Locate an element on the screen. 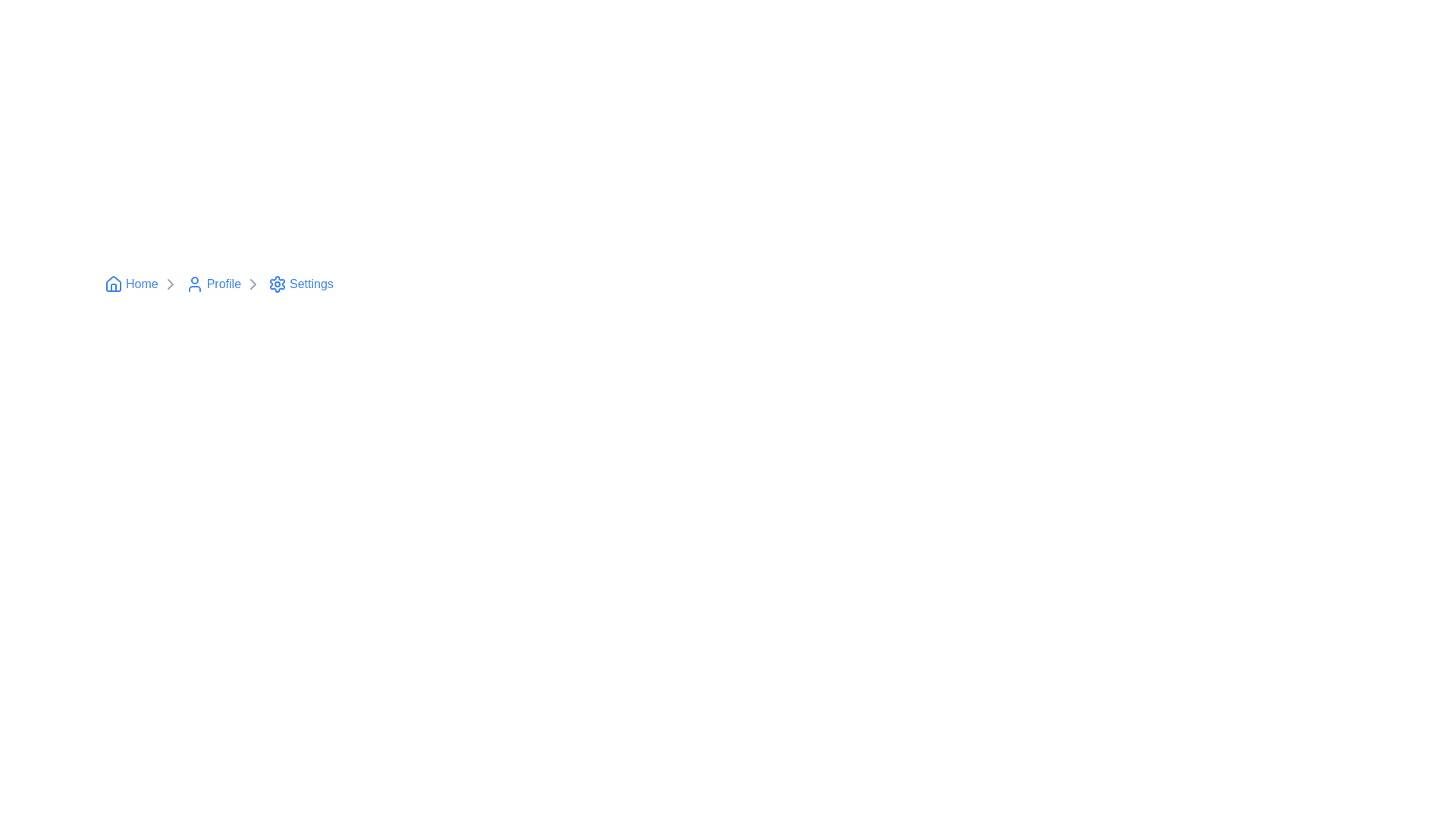 This screenshot has width=1456, height=819. the right-facing chevron arrow icon in the breadcrumb navigation bar, which is styled in light gray and located between the 'Home' text link and the next breadcrumb item is located at coordinates (170, 284).